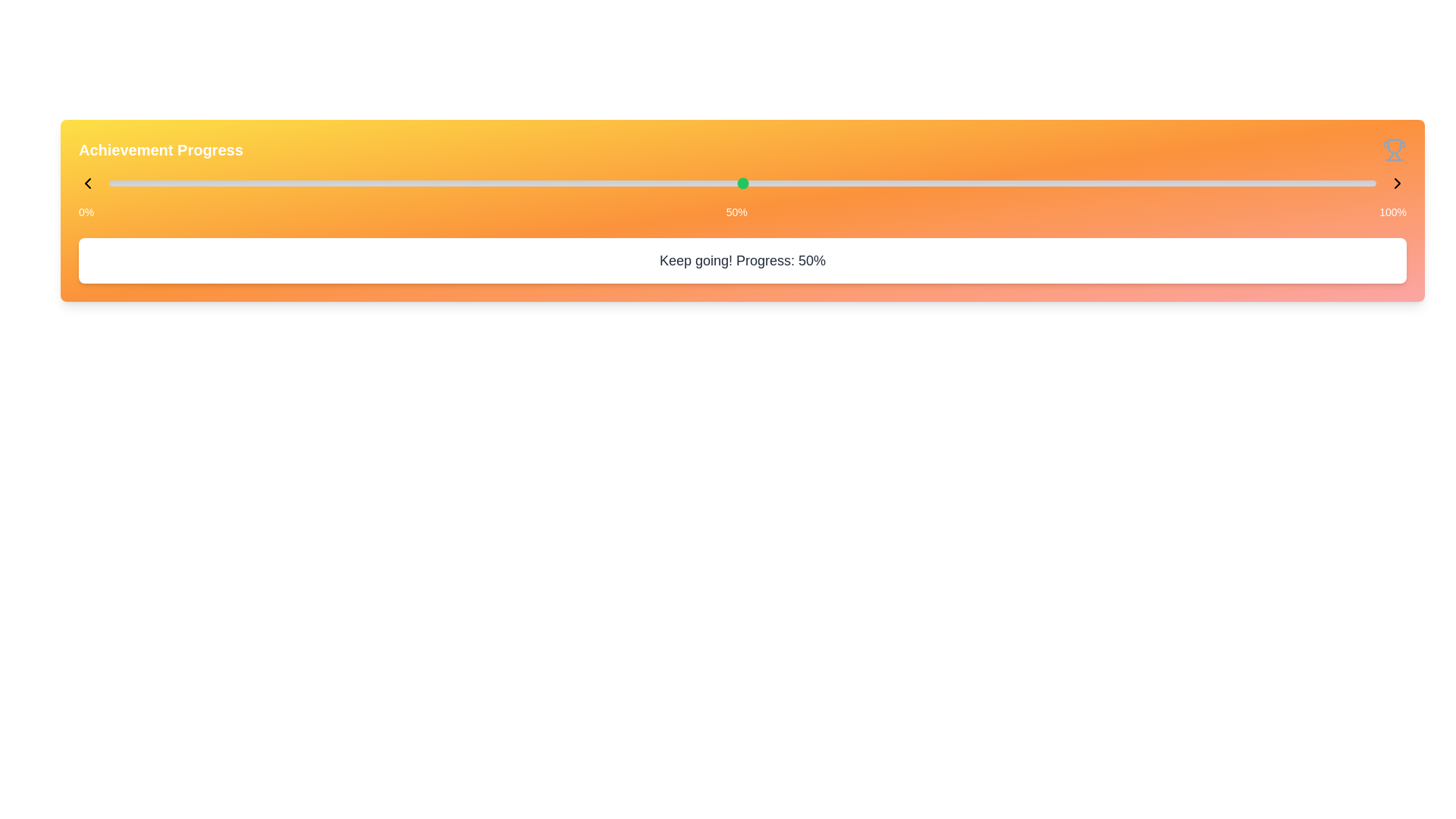 The height and width of the screenshot is (819, 1456). Describe the element at coordinates (736, 212) in the screenshot. I see `the progress label indicating 50% in the progress-related interface, which is centrally positioned between '0%' and '100%'` at that location.